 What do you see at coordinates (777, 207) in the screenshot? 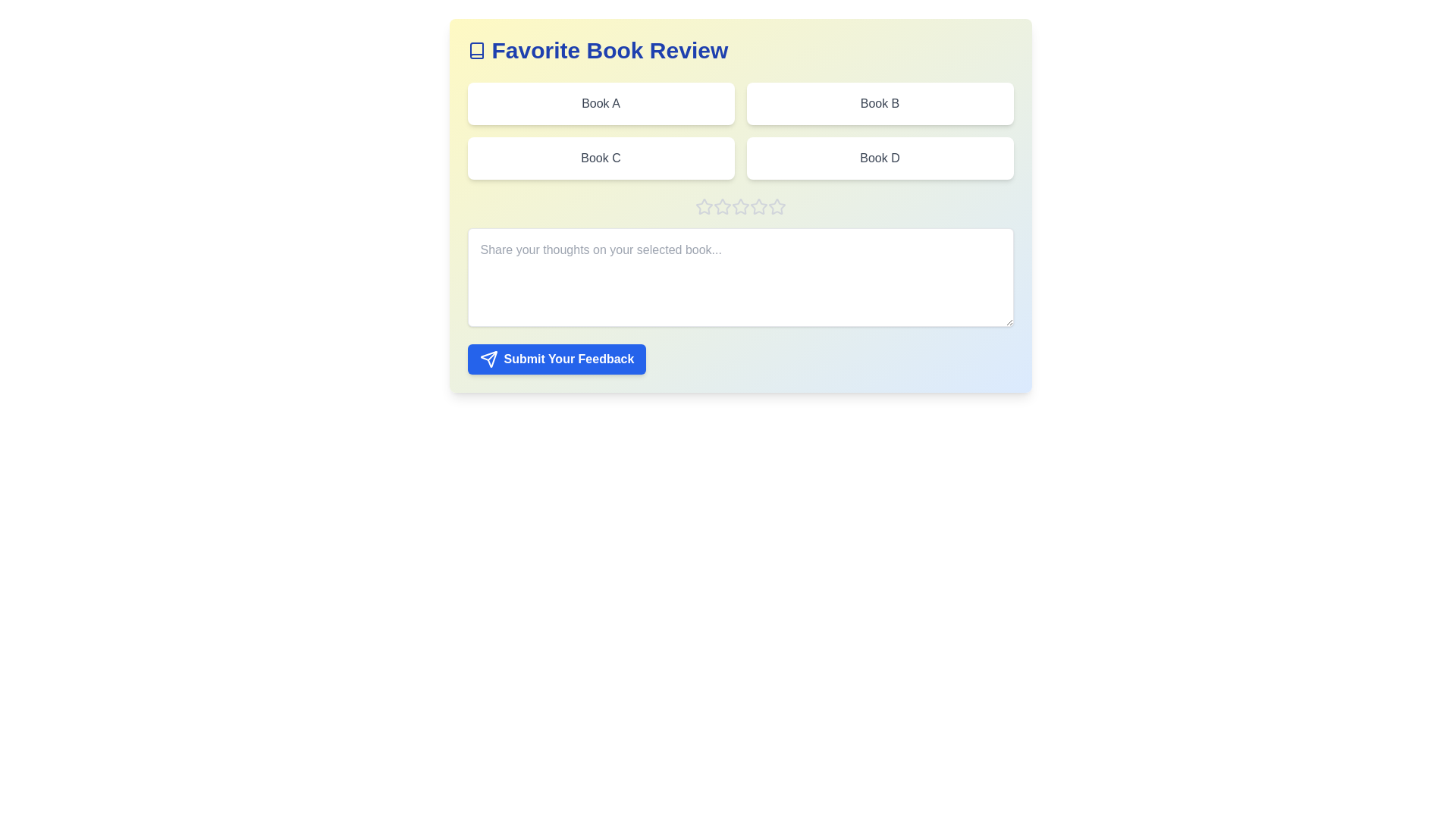
I see `the book rating to 5 stars` at bounding box center [777, 207].